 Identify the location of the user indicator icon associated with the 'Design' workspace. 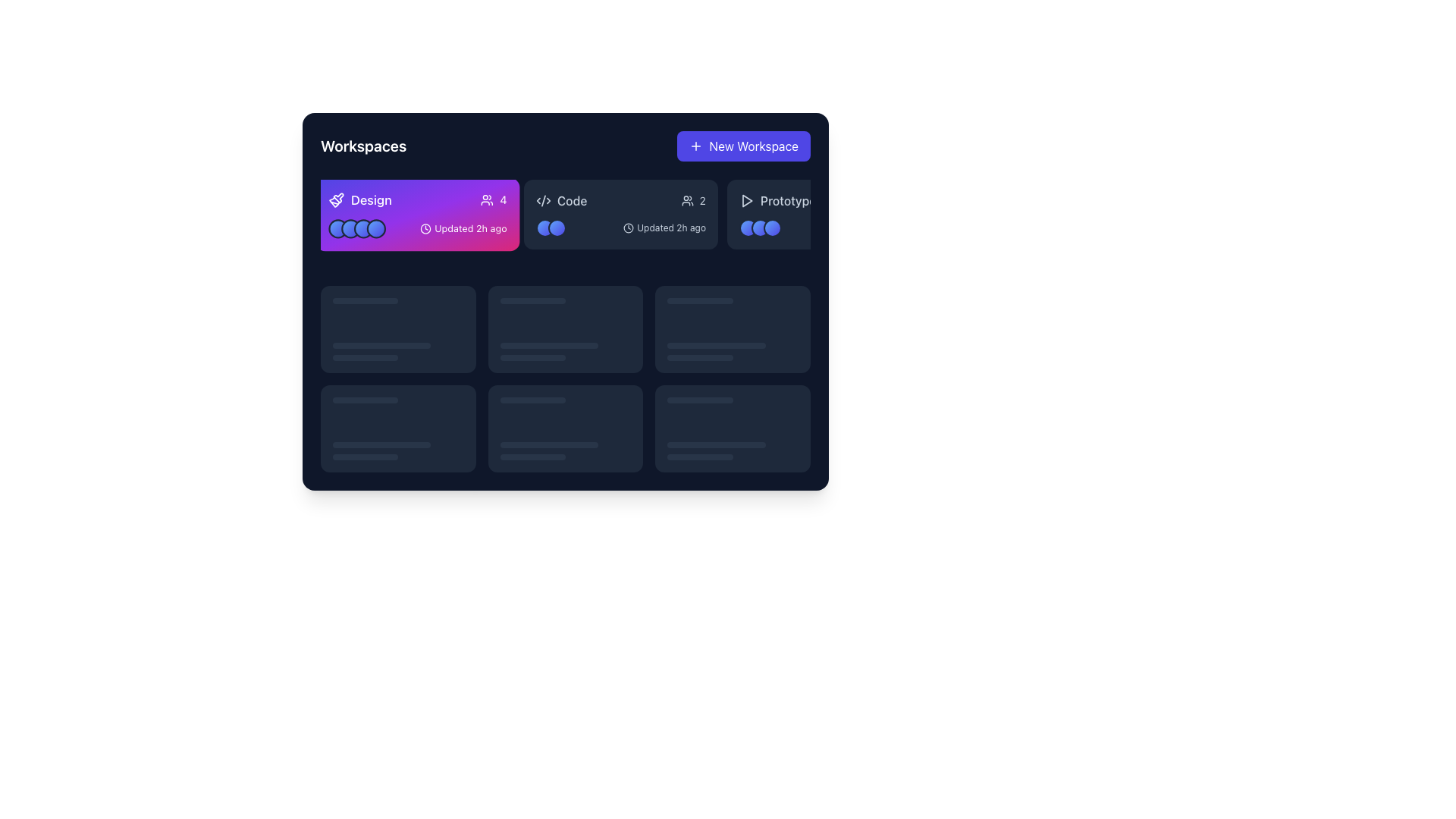
(487, 199).